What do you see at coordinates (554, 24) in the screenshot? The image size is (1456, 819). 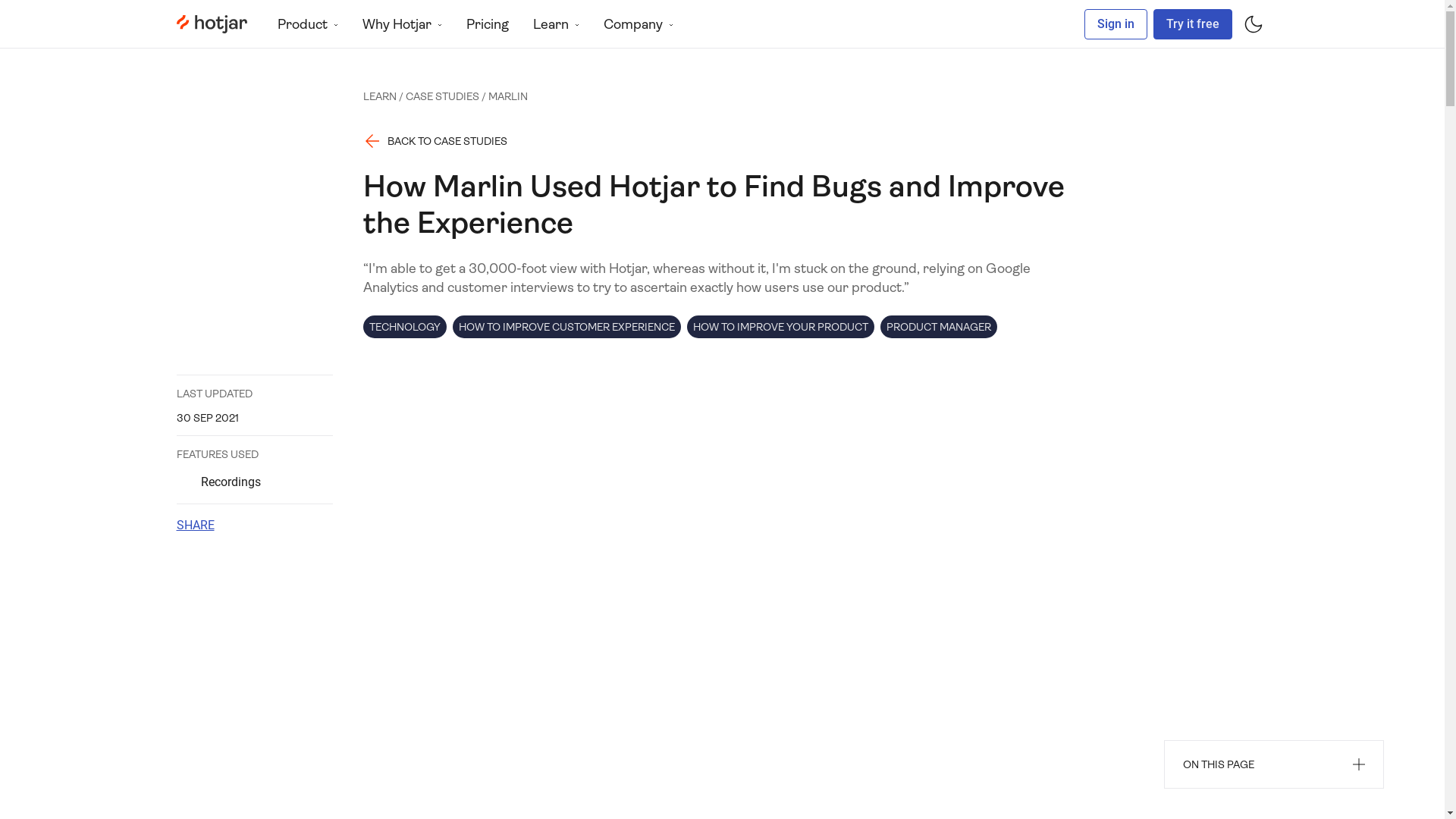 I see `'Learn'` at bounding box center [554, 24].